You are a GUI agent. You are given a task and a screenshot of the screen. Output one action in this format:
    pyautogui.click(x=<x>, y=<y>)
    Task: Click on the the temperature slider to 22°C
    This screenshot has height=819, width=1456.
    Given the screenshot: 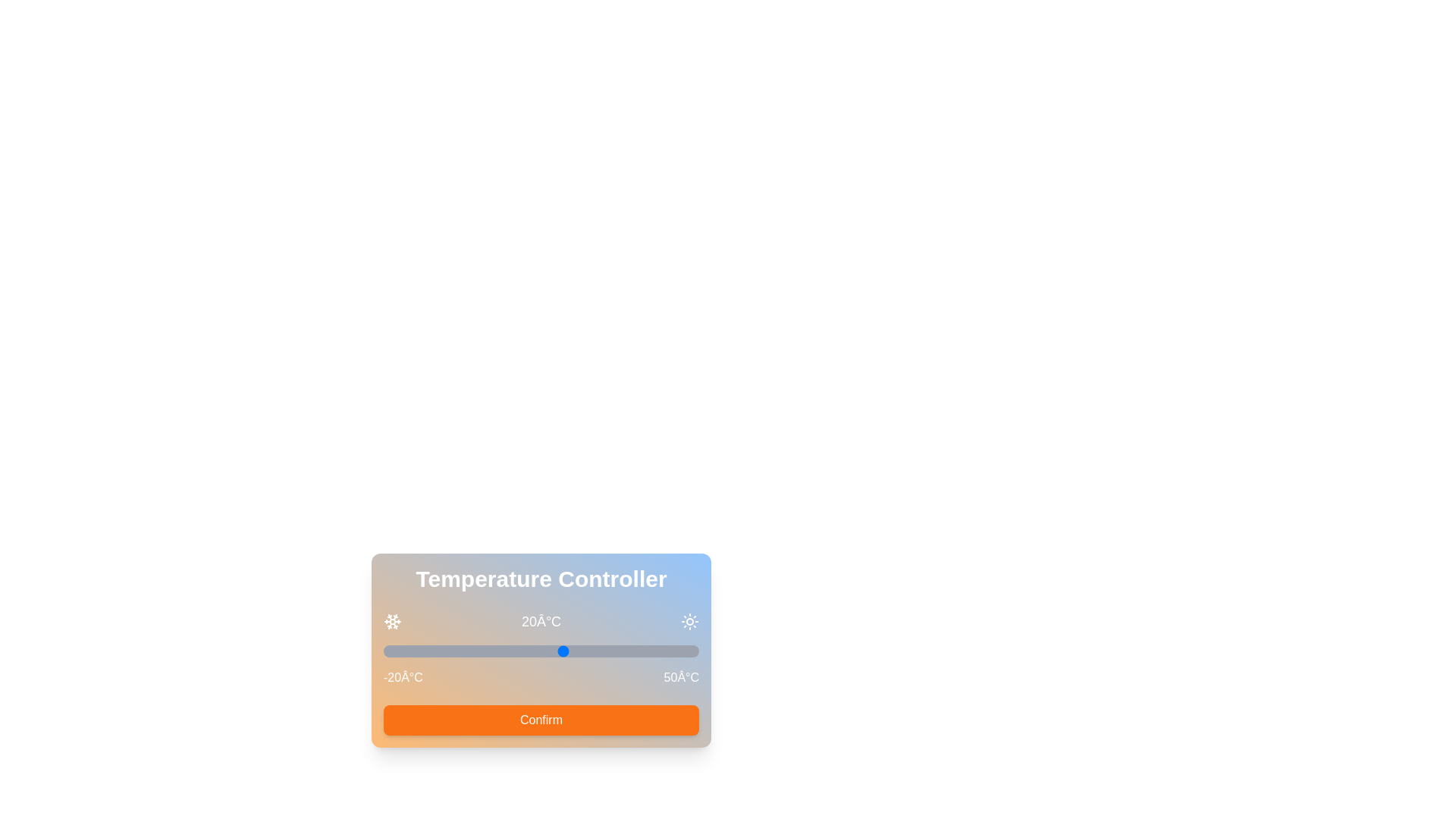 What is the action you would take?
    pyautogui.click(x=572, y=651)
    